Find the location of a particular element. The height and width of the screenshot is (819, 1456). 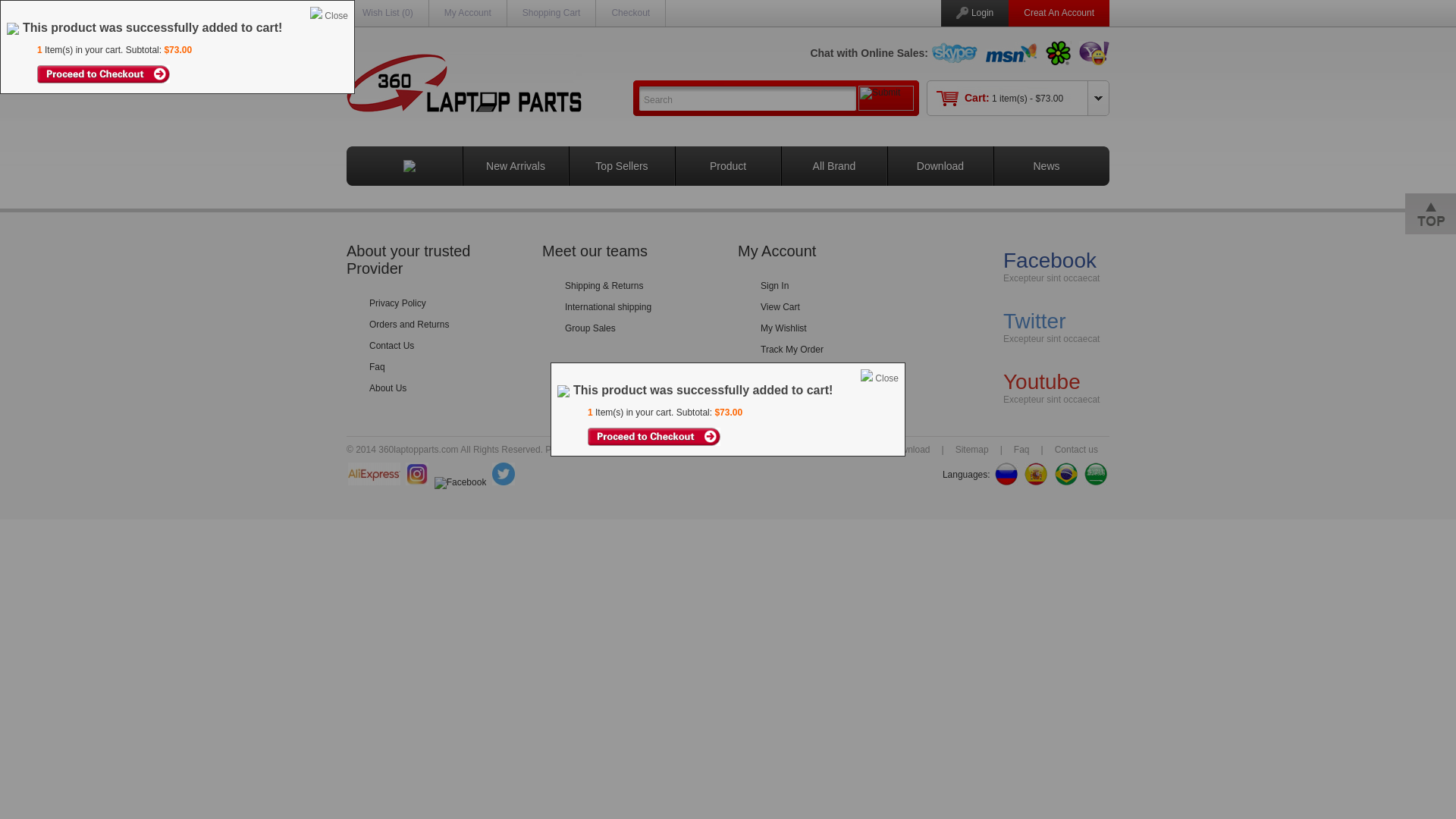

'New Arrivals' is located at coordinates (516, 166).